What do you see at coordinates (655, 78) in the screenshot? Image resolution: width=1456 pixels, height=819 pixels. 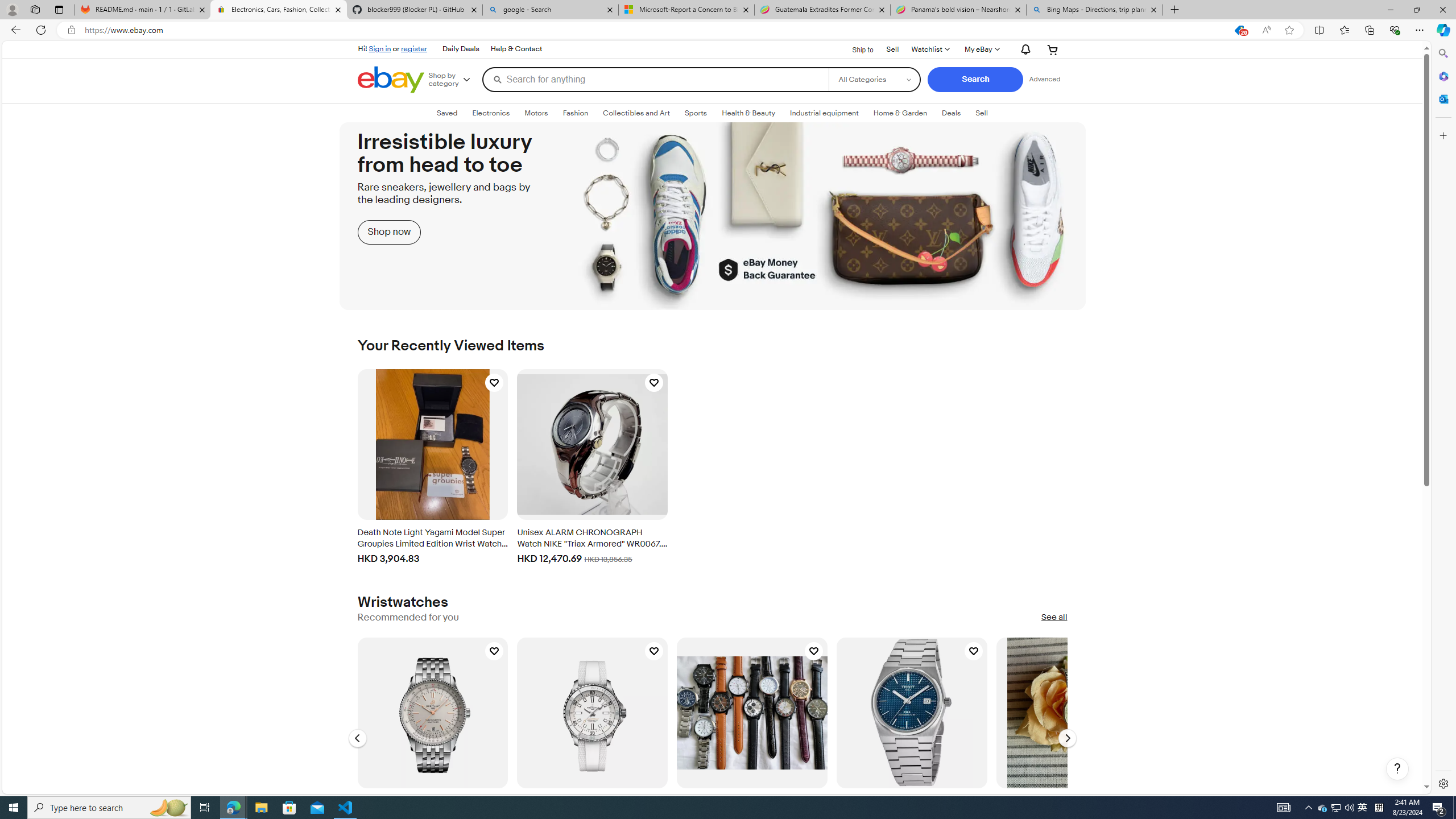 I see `'Search for anything'` at bounding box center [655, 78].